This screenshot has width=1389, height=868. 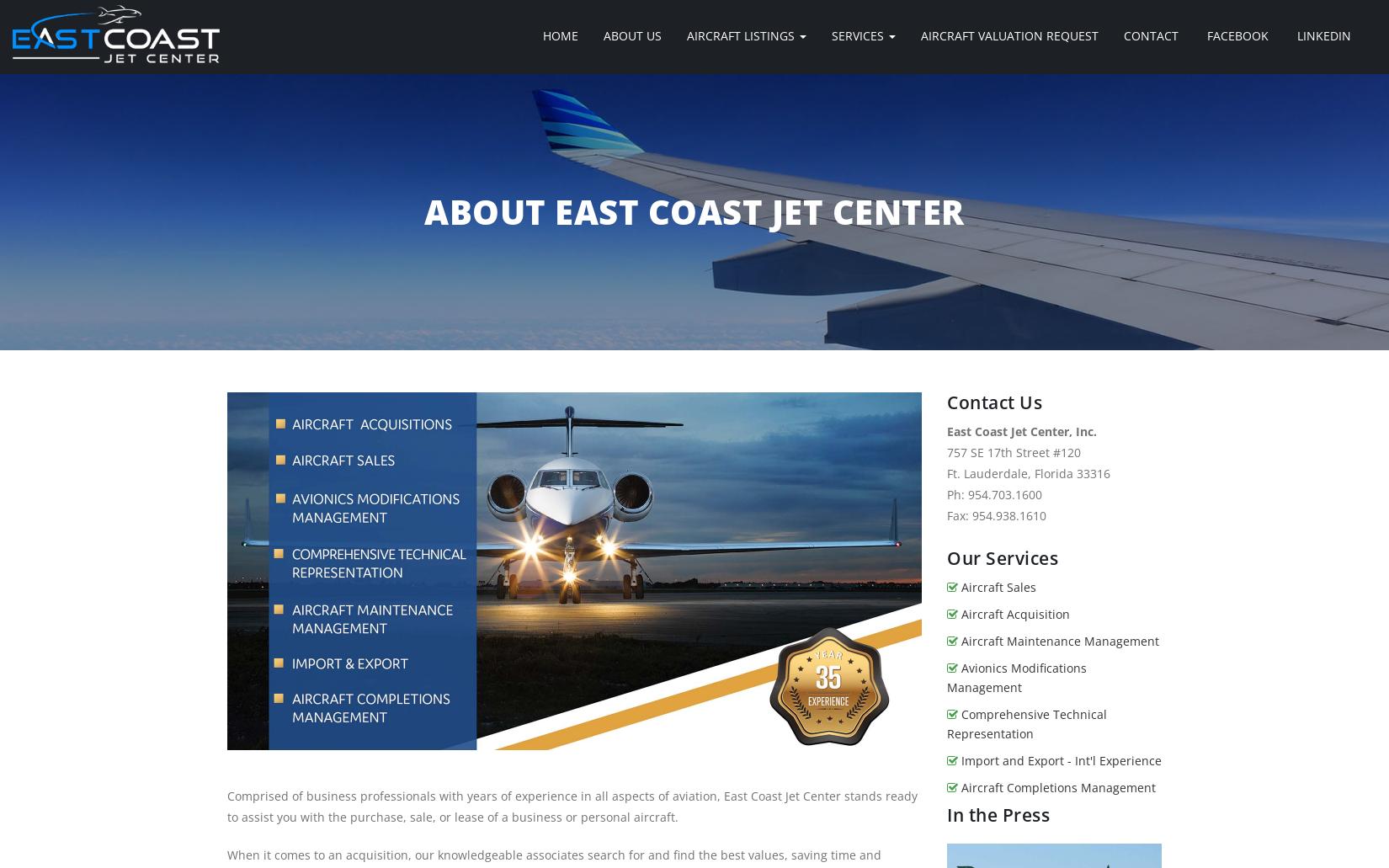 What do you see at coordinates (693, 211) in the screenshot?
I see `'About East Coast Jet Center'` at bounding box center [693, 211].